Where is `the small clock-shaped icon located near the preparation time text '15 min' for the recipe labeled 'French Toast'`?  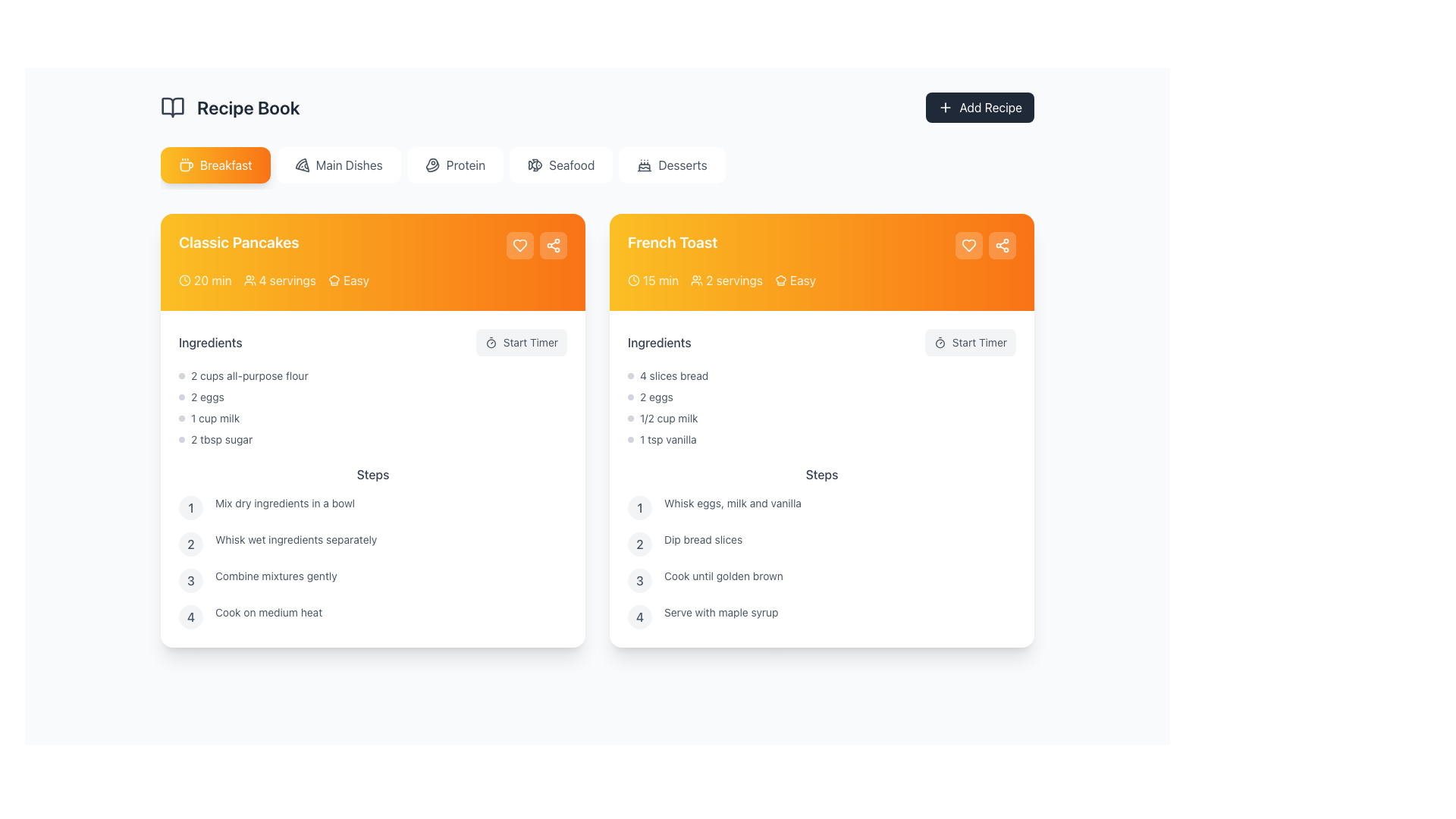 the small clock-shaped icon located near the preparation time text '15 min' for the recipe labeled 'French Toast' is located at coordinates (633, 281).